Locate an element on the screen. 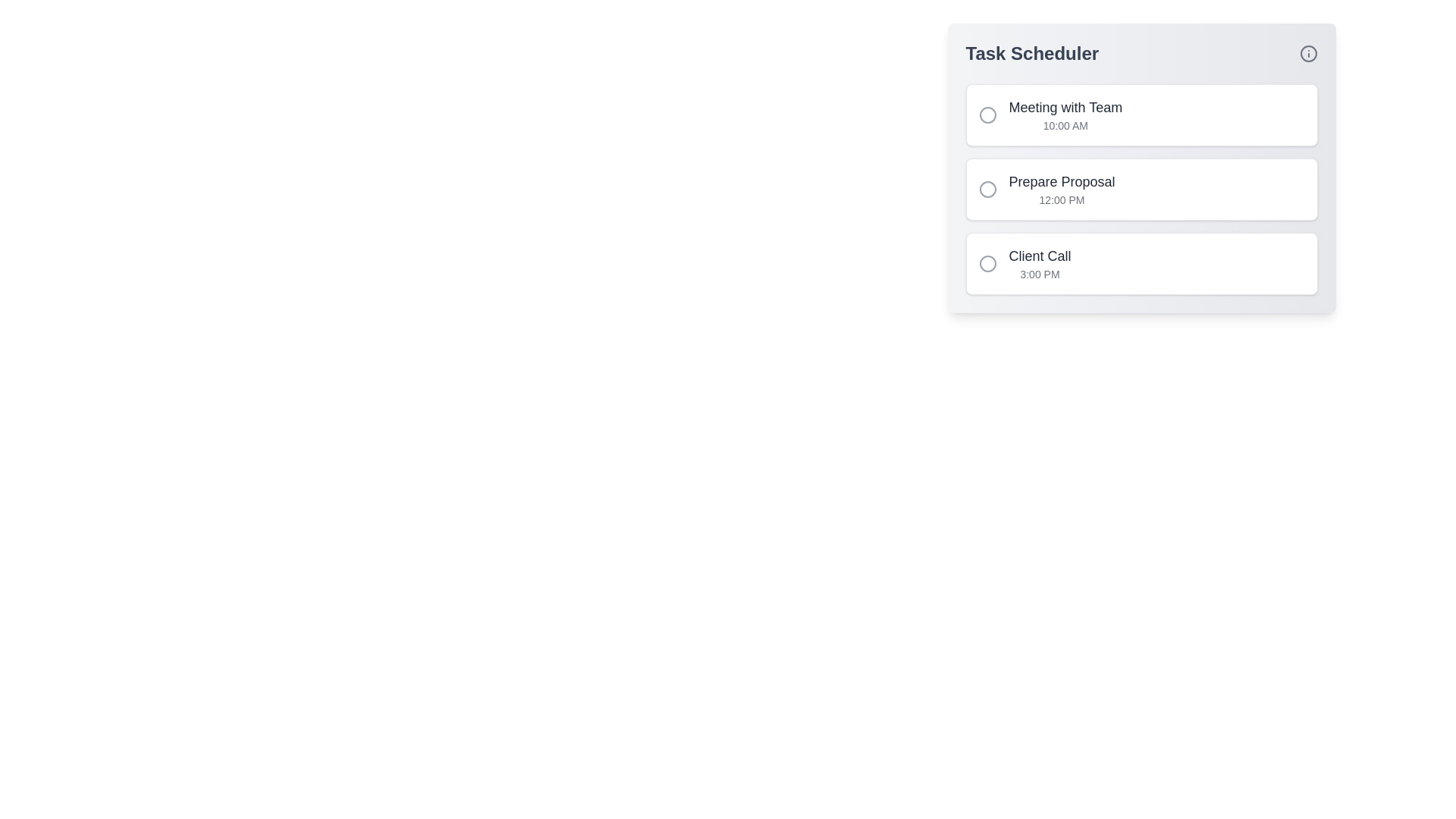 The height and width of the screenshot is (819, 1456). the info icon to interact with it is located at coordinates (1307, 52).